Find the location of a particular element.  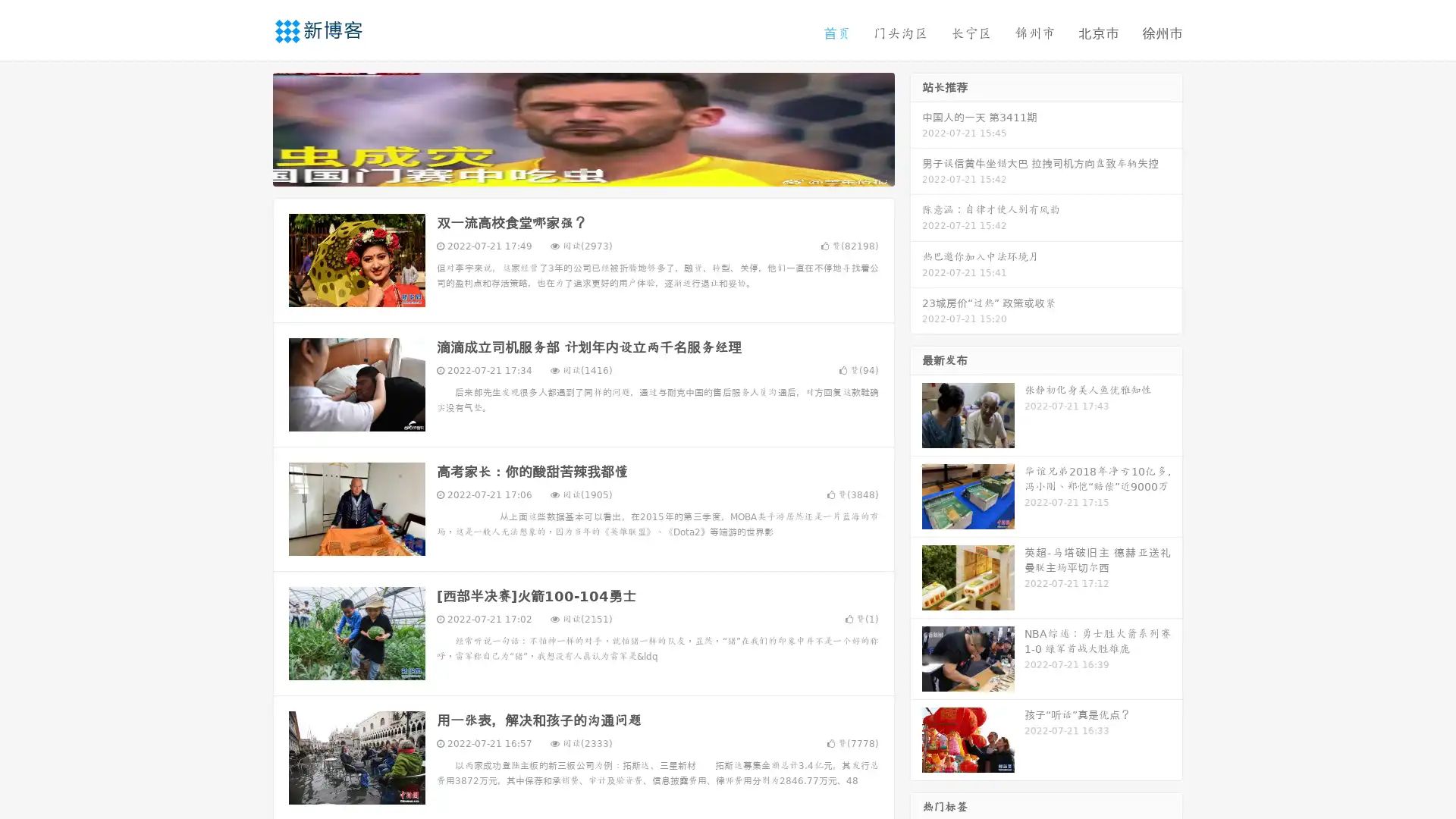

Go to slide 2 is located at coordinates (582, 171).